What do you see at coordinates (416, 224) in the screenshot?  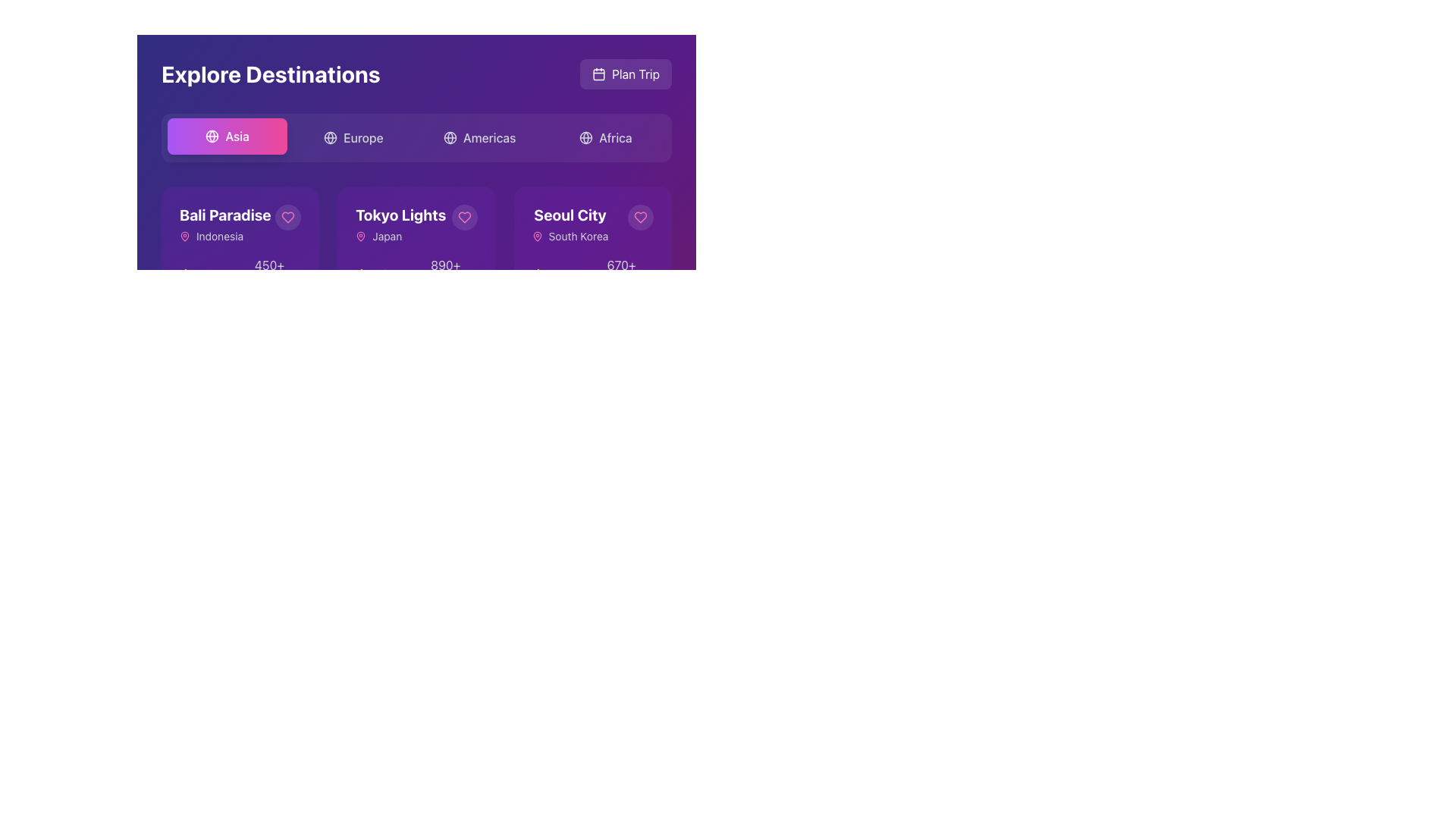 I see `information displayed in the text label that shows the travel destination 'Tokyo Lights' and its associated region 'Japan', located in the central card of the second row within the grid layout of travel destinations` at bounding box center [416, 224].